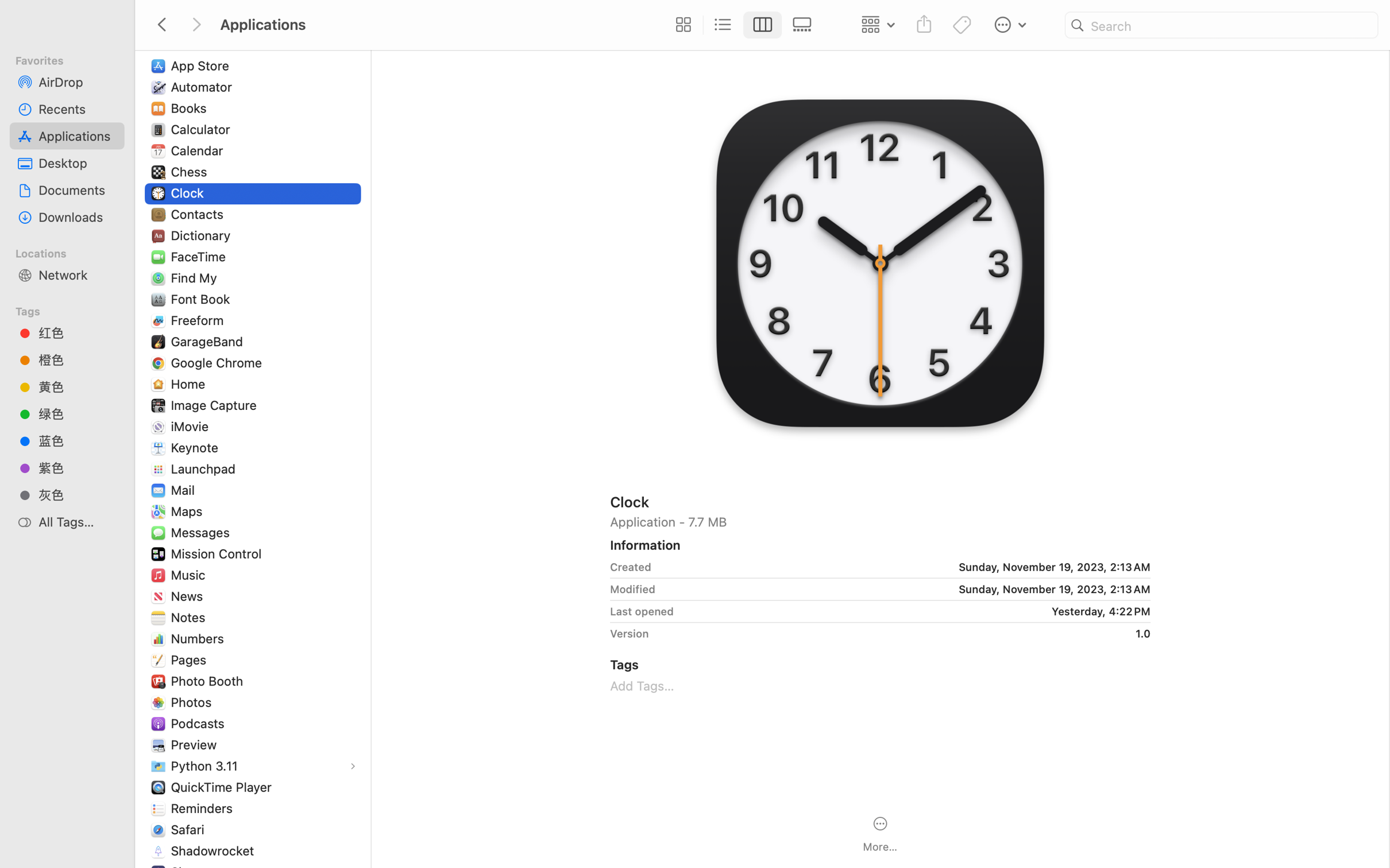 Image resolution: width=1390 pixels, height=868 pixels. Describe the element at coordinates (77, 109) in the screenshot. I see `'Recents'` at that location.